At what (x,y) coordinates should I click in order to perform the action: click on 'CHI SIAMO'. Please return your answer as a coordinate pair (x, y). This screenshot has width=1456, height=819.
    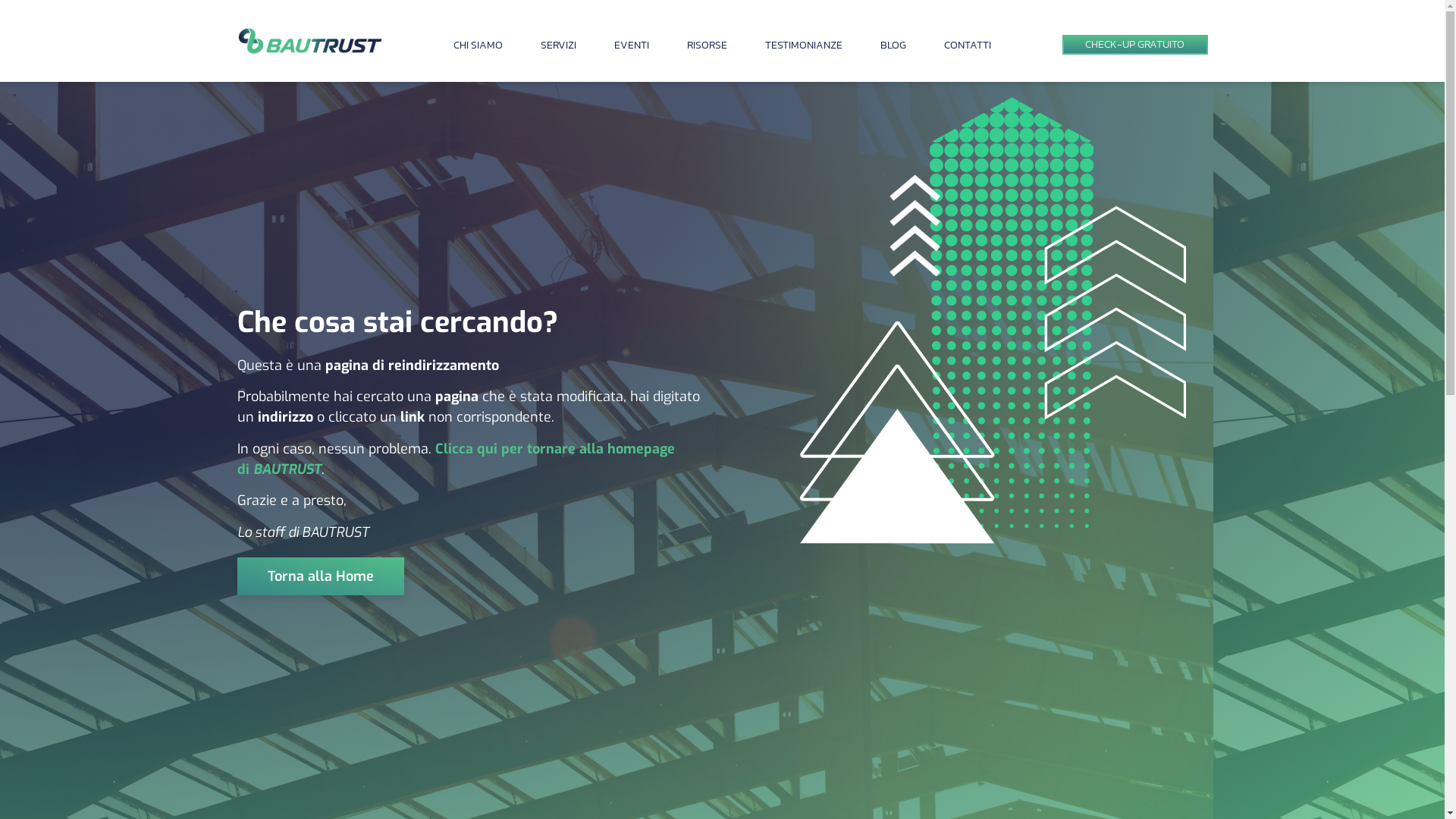
    Looking at the image, I should click on (477, 45).